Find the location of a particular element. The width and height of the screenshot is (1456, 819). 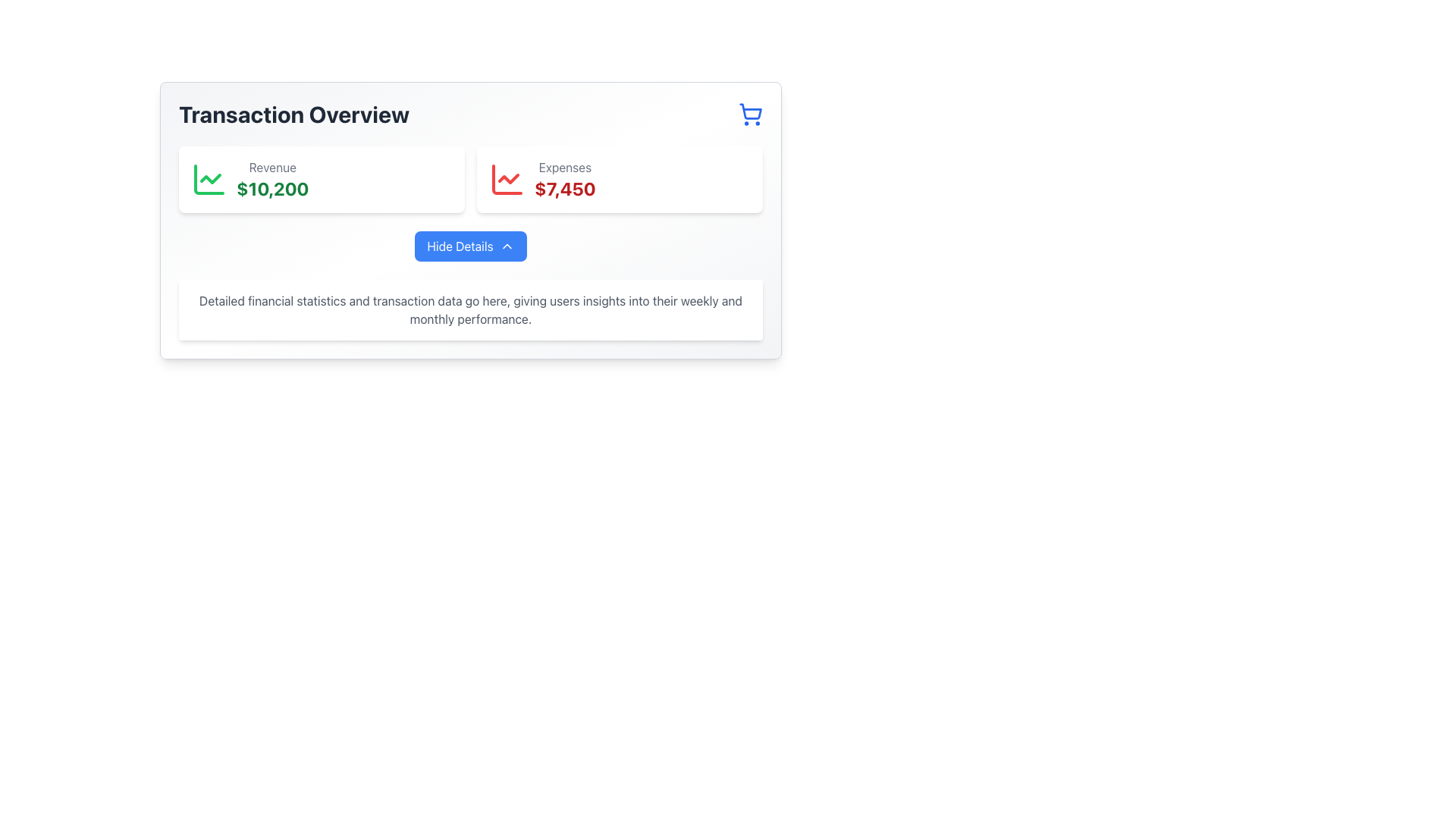

the static text display that shows the revenue value '$10,200', which is positioned in the upper-left corner of the financial overview display, next to a green line-chart icon is located at coordinates (272, 178).